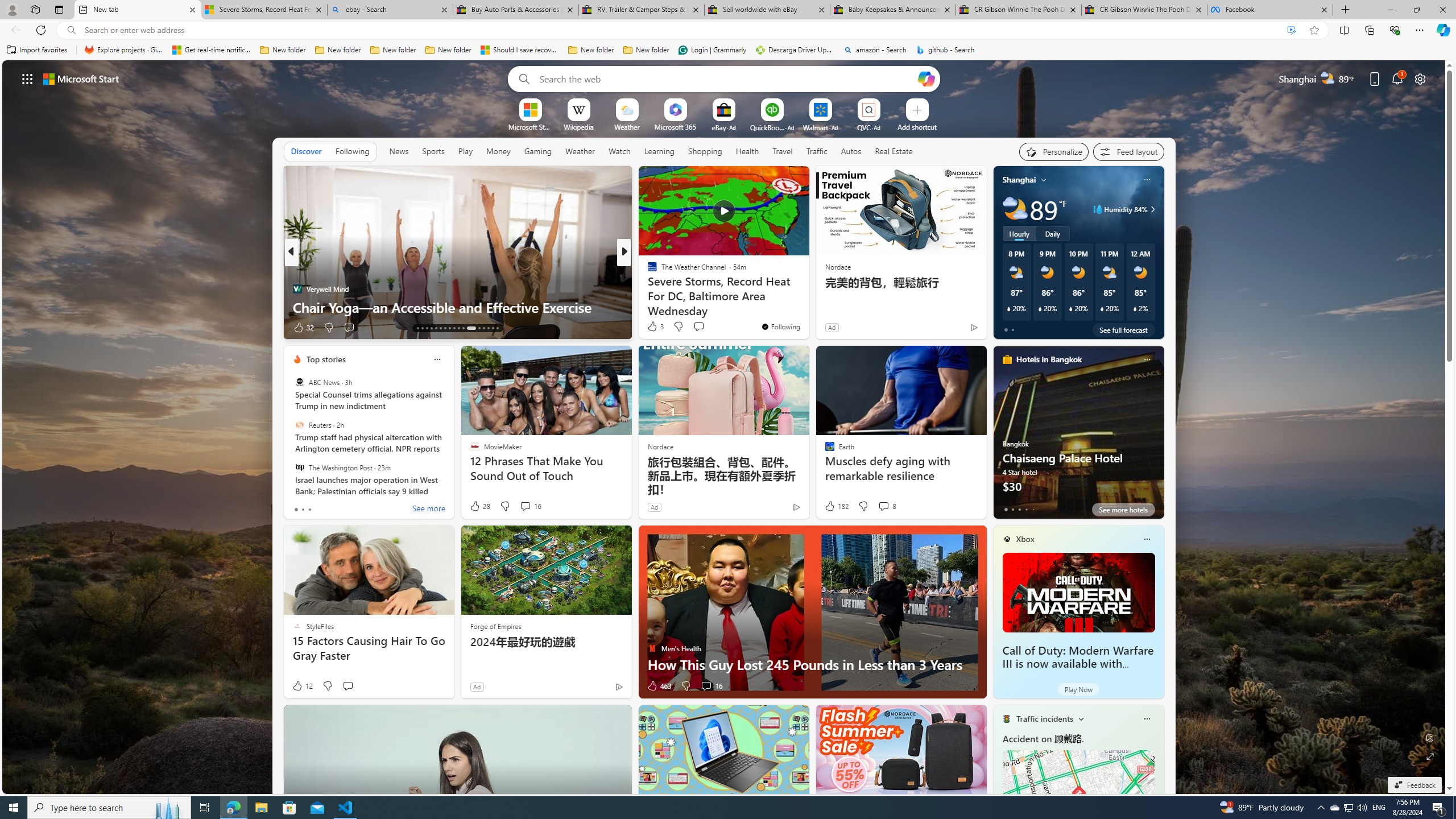  What do you see at coordinates (299, 466) in the screenshot?
I see `'The Washington Post'` at bounding box center [299, 466].